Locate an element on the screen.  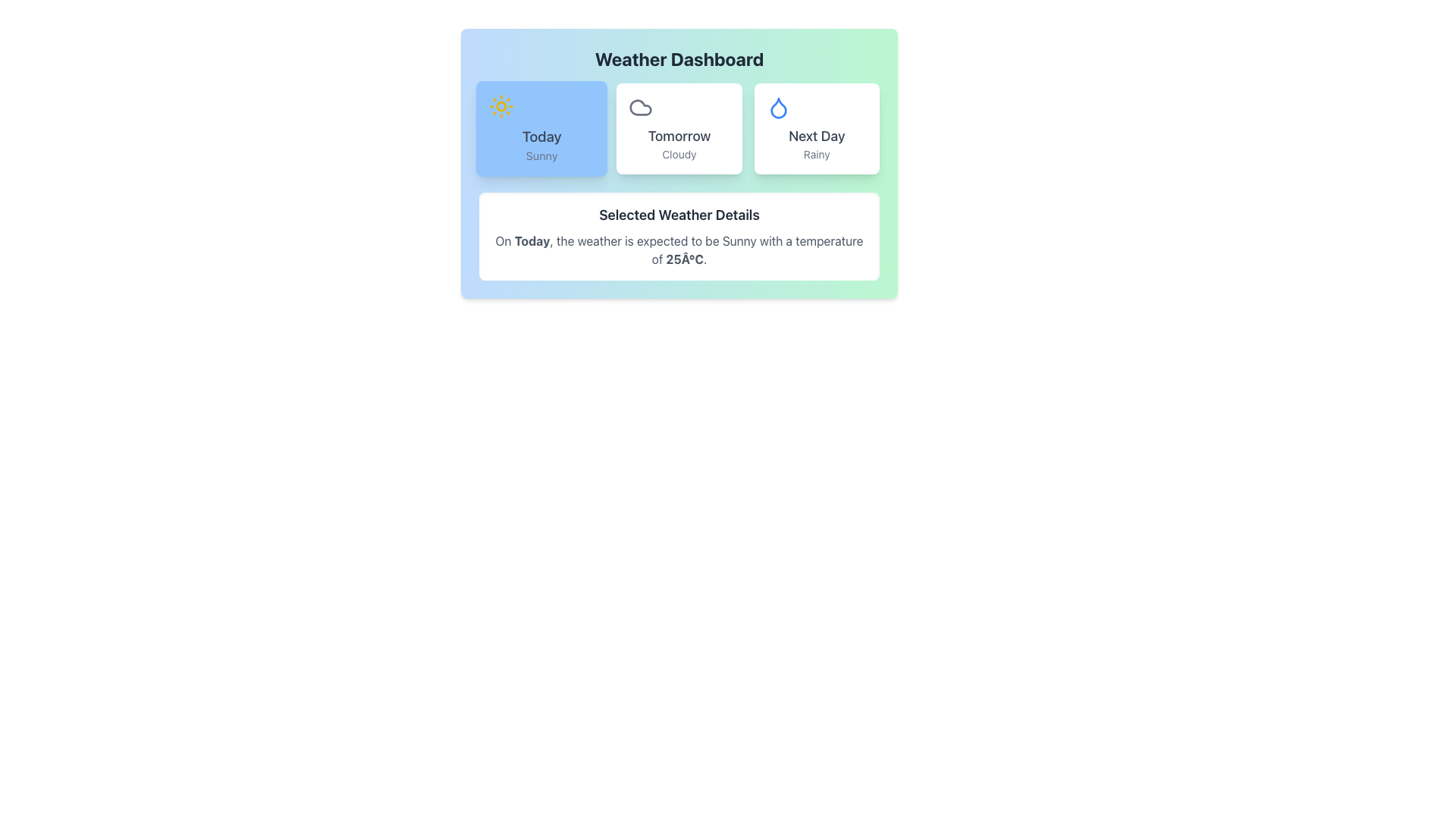
temperature value displayed as '25°C' in bold, dark font within the 'Selected Weather Details' section is located at coordinates (684, 259).